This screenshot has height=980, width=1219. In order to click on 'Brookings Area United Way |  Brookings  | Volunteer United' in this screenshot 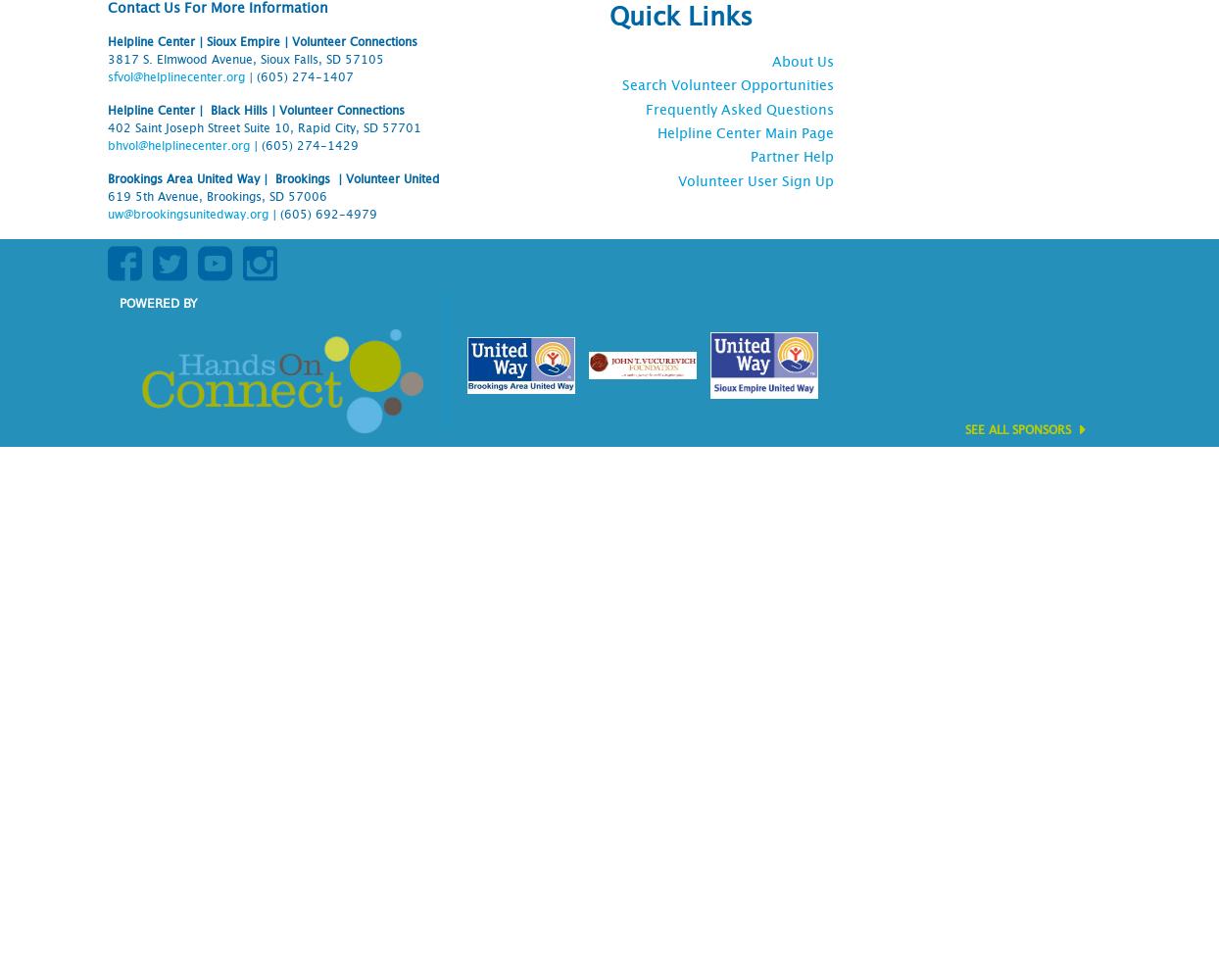, I will do `click(273, 178)`.